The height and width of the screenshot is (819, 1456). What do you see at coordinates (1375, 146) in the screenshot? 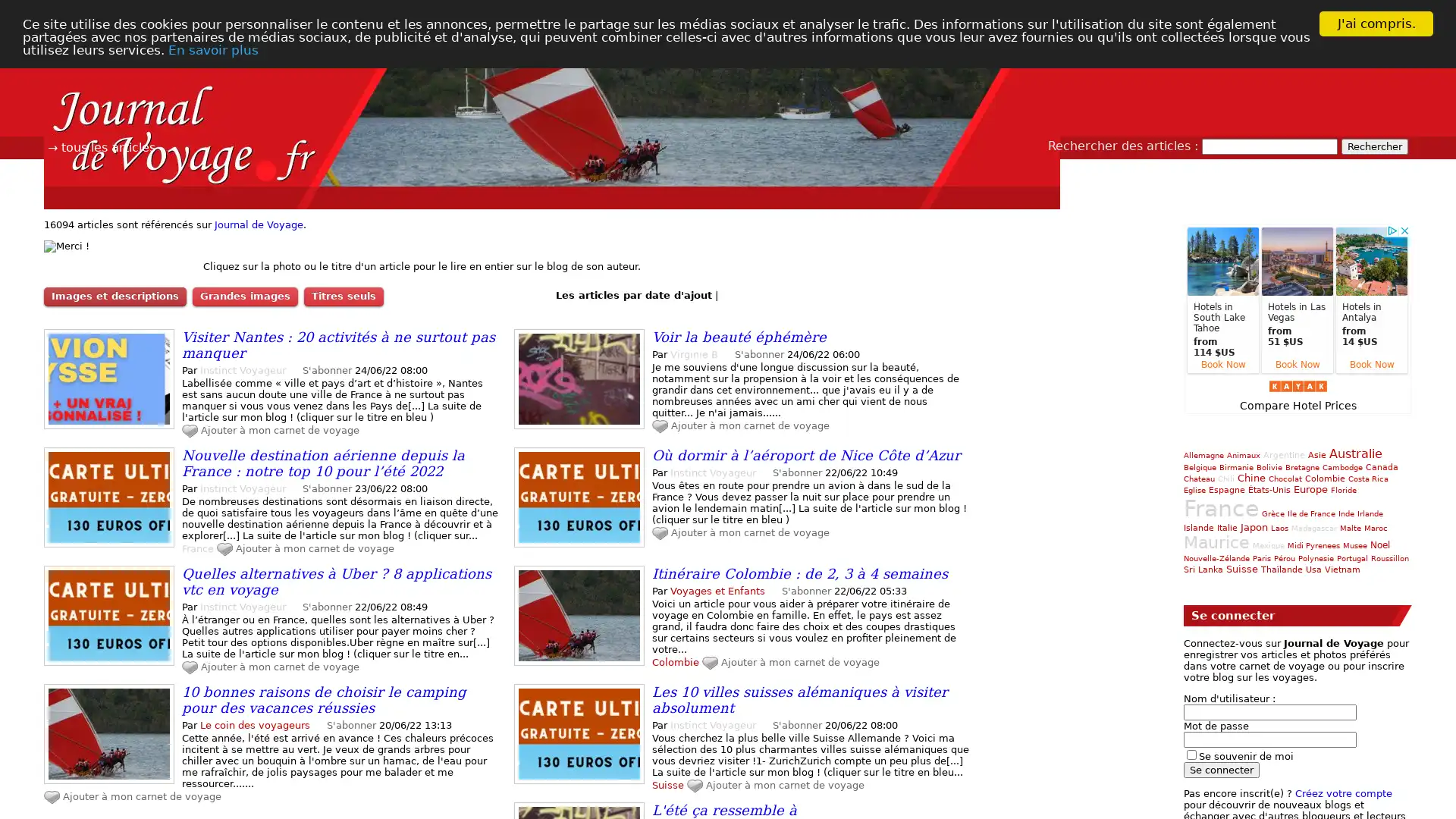
I see `Rechercher` at bounding box center [1375, 146].